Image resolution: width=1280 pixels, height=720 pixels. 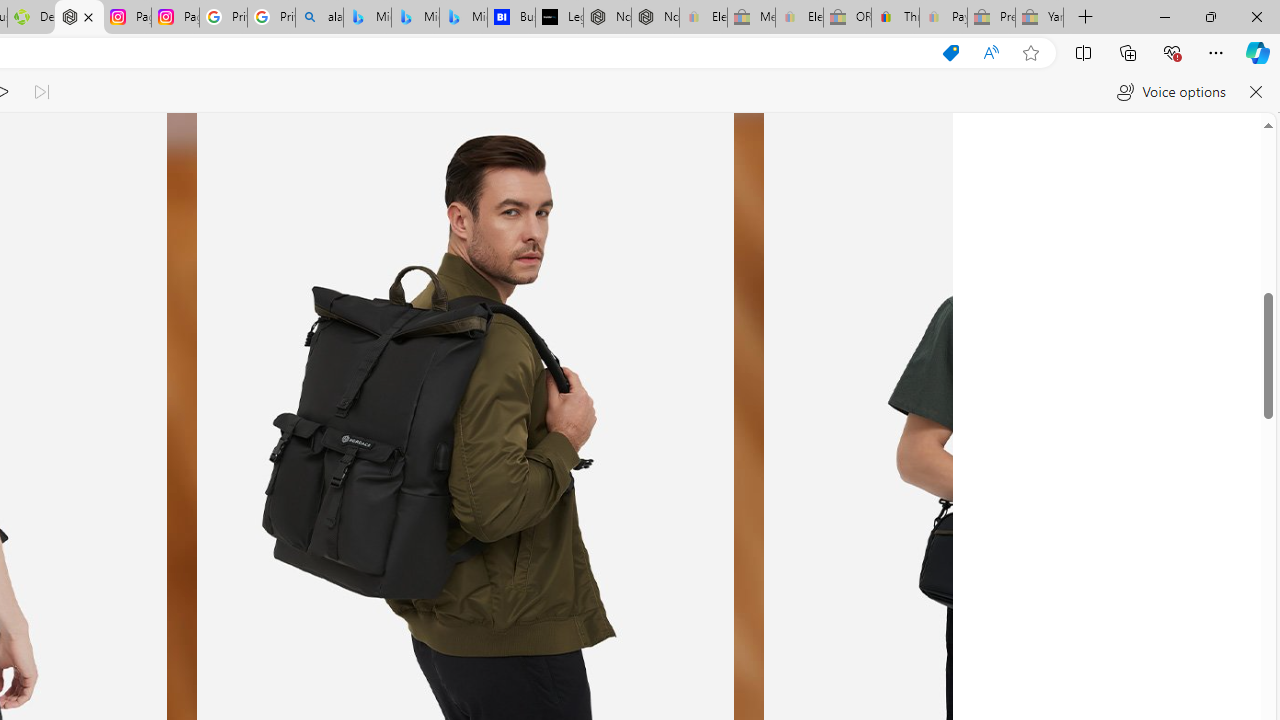 What do you see at coordinates (1257, 51) in the screenshot?
I see `'Copilot (Ctrl+Shift+.)'` at bounding box center [1257, 51].